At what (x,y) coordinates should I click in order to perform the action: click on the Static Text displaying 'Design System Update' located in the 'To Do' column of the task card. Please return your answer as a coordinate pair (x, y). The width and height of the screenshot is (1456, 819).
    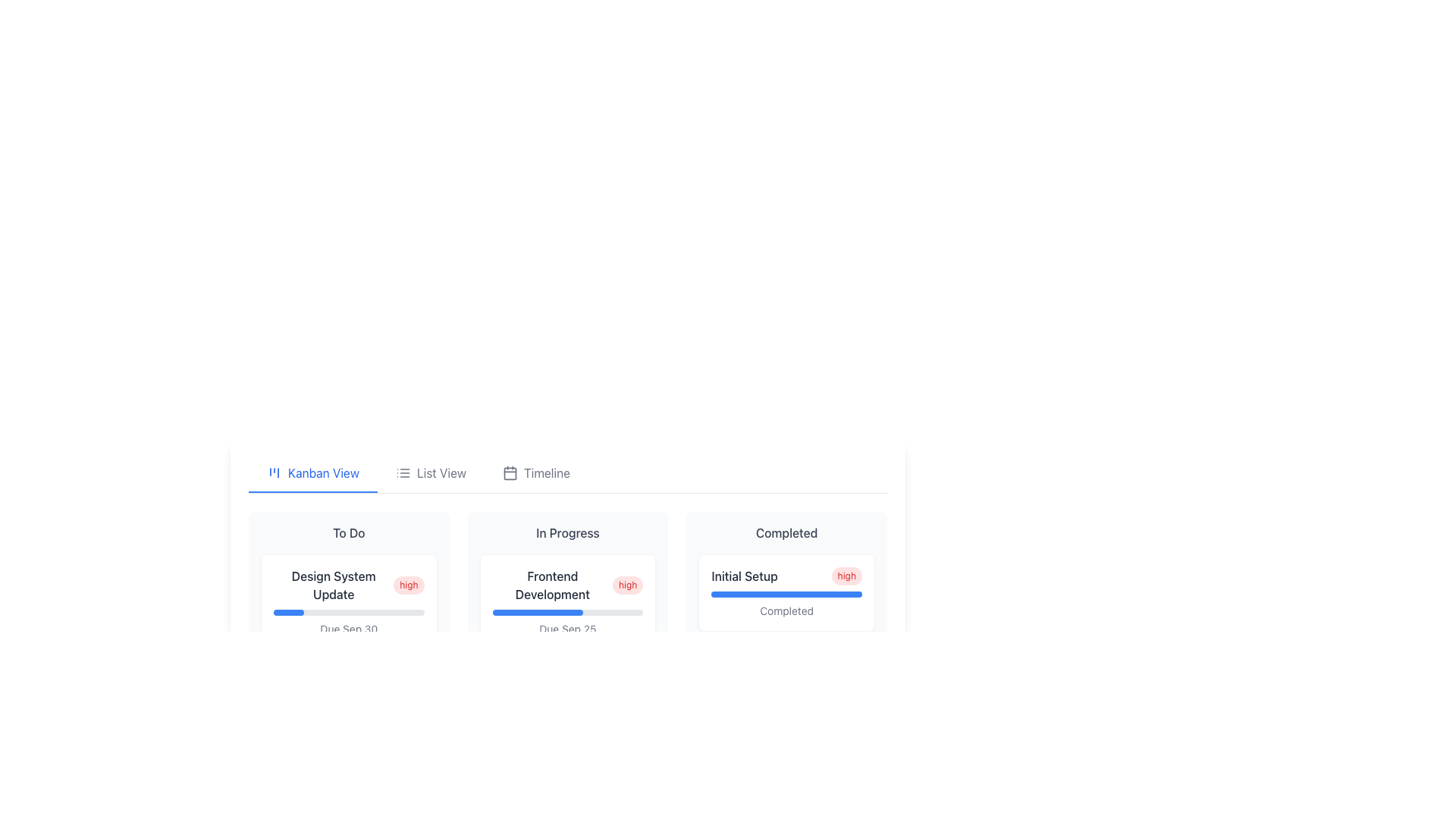
    Looking at the image, I should click on (333, 584).